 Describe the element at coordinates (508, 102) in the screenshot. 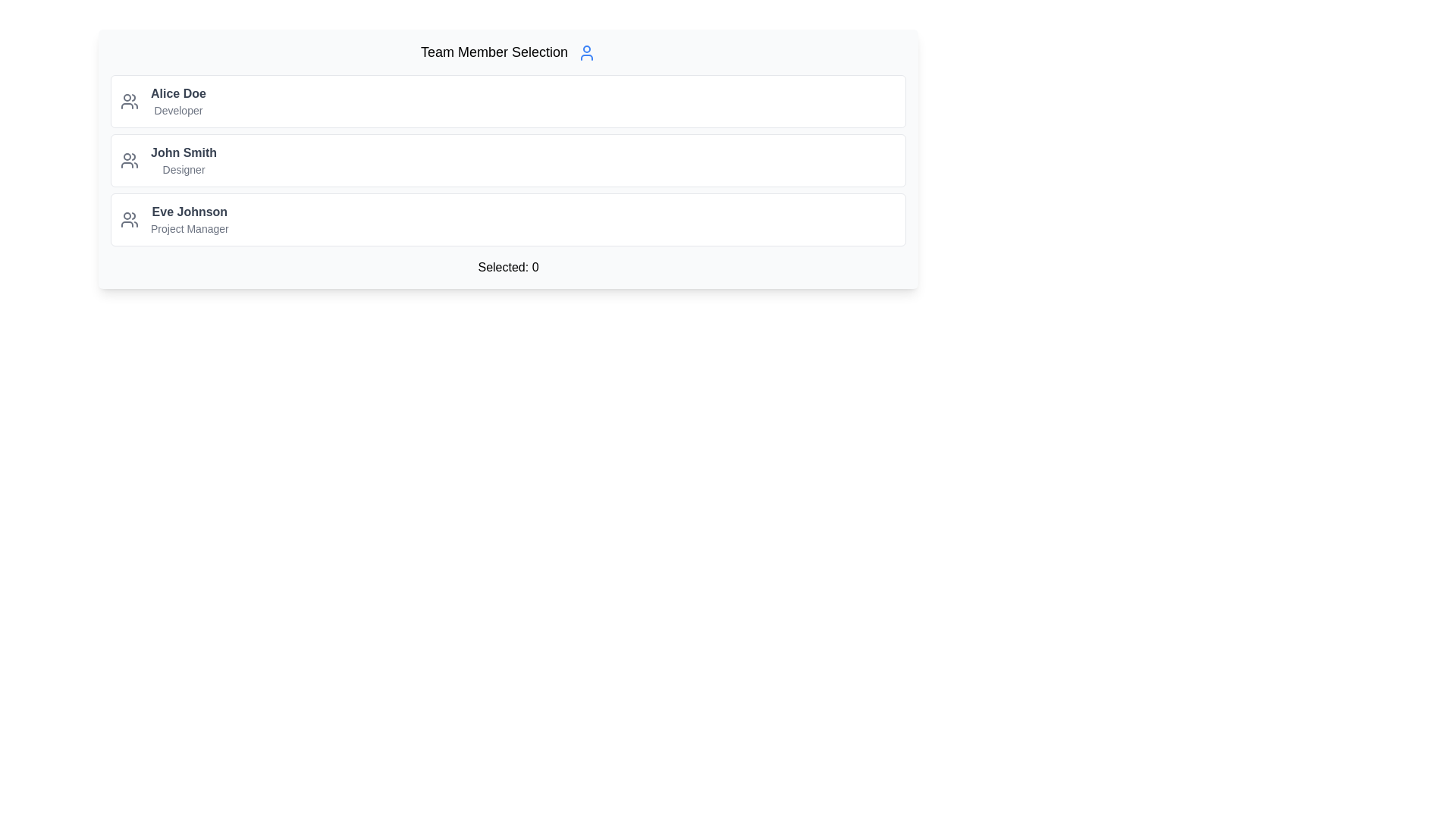

I see `the first list item representing user 'Alice Doe'` at that location.